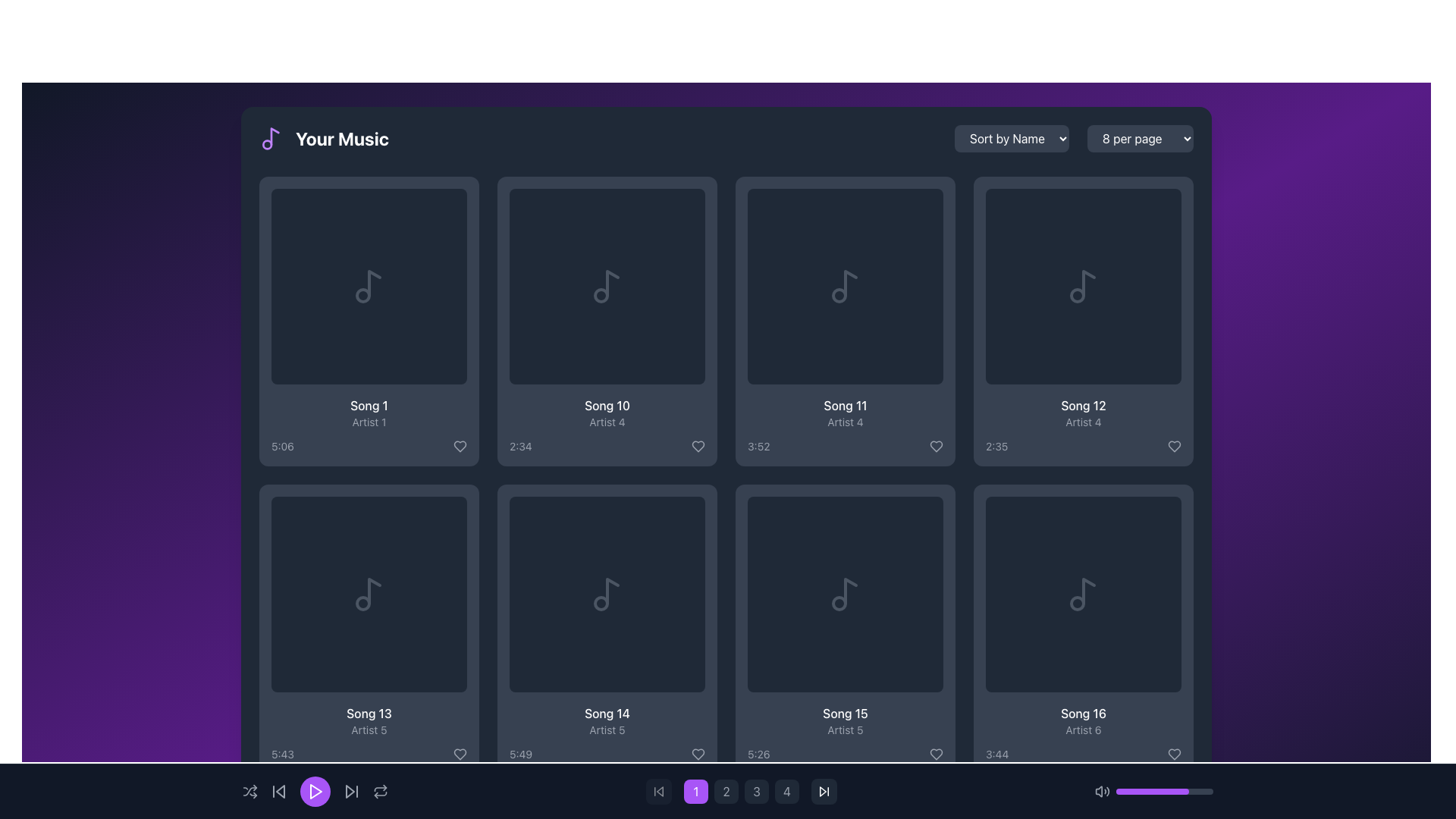 This screenshot has width=1456, height=819. Describe the element at coordinates (375, 284) in the screenshot. I see `the decorative SVG graphical element shaped like a musical note stem, which is centrally placed within the first card of a grid displaying various songs` at that location.